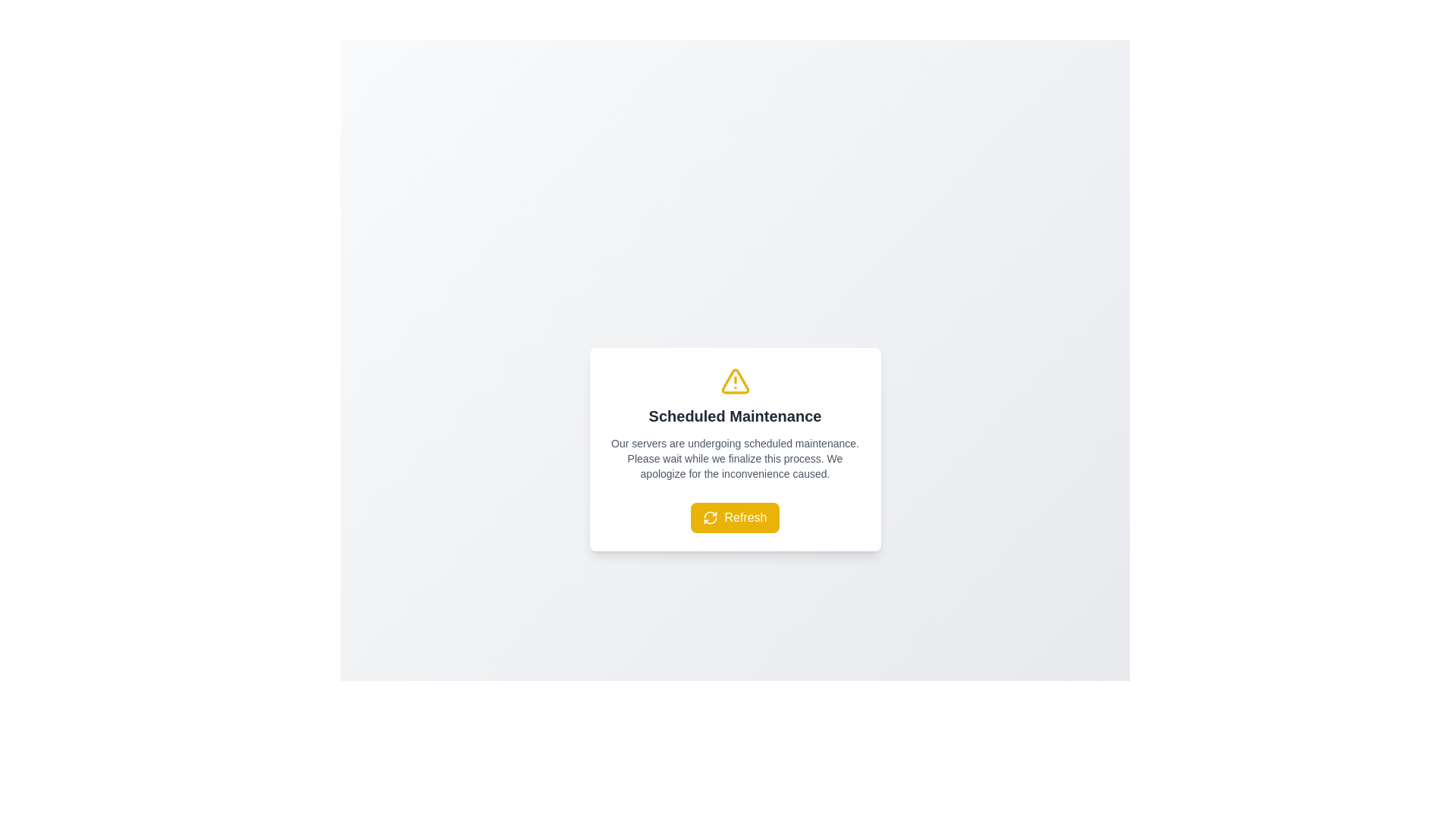 Image resolution: width=1456 pixels, height=819 pixels. Describe the element at coordinates (710, 516) in the screenshot. I see `the 'Refresh' button that contains the circular arrows icon` at that location.